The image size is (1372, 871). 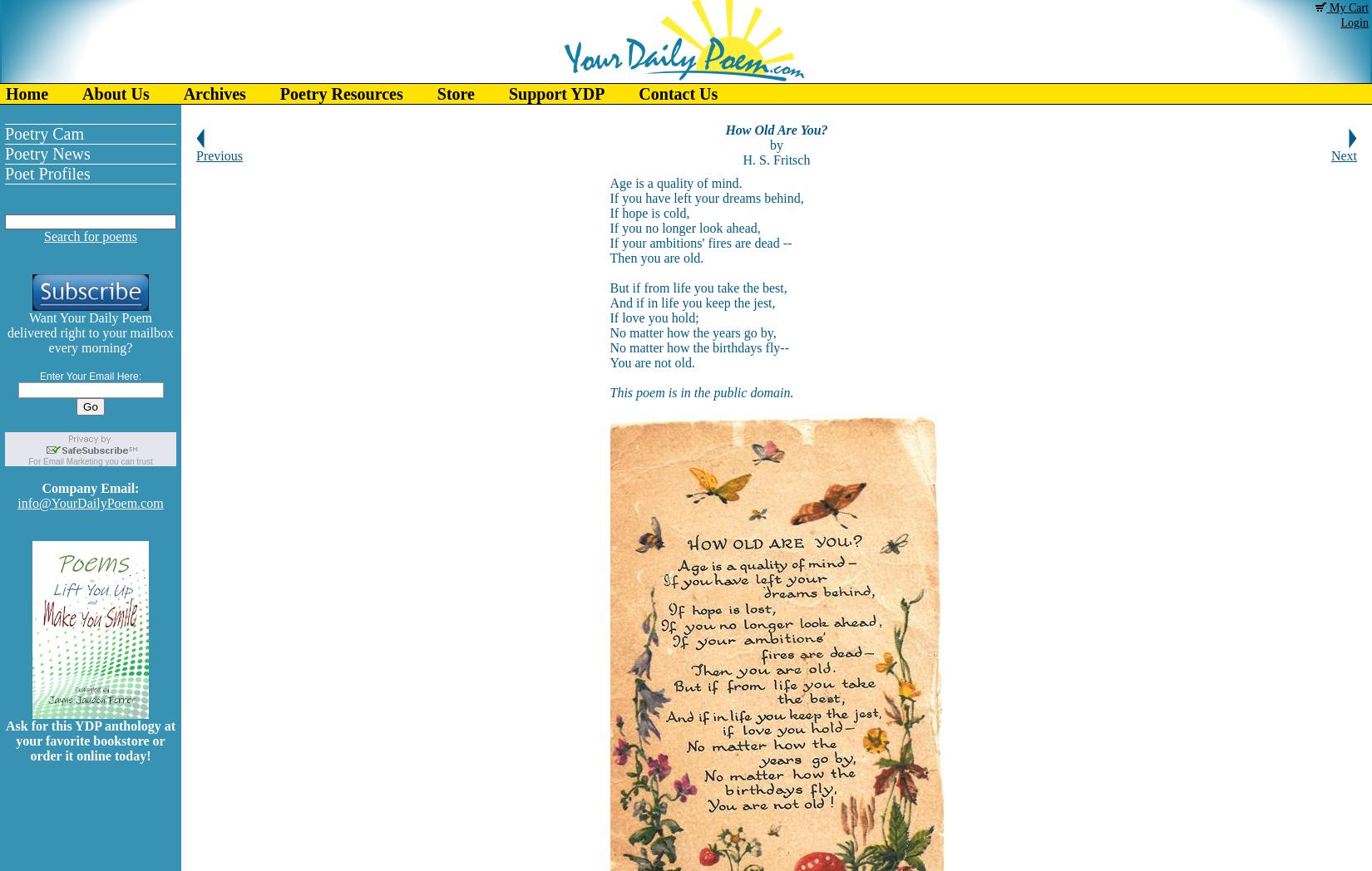 What do you see at coordinates (608, 302) in the screenshot?
I see `'And if in life you keep the jest,'` at bounding box center [608, 302].